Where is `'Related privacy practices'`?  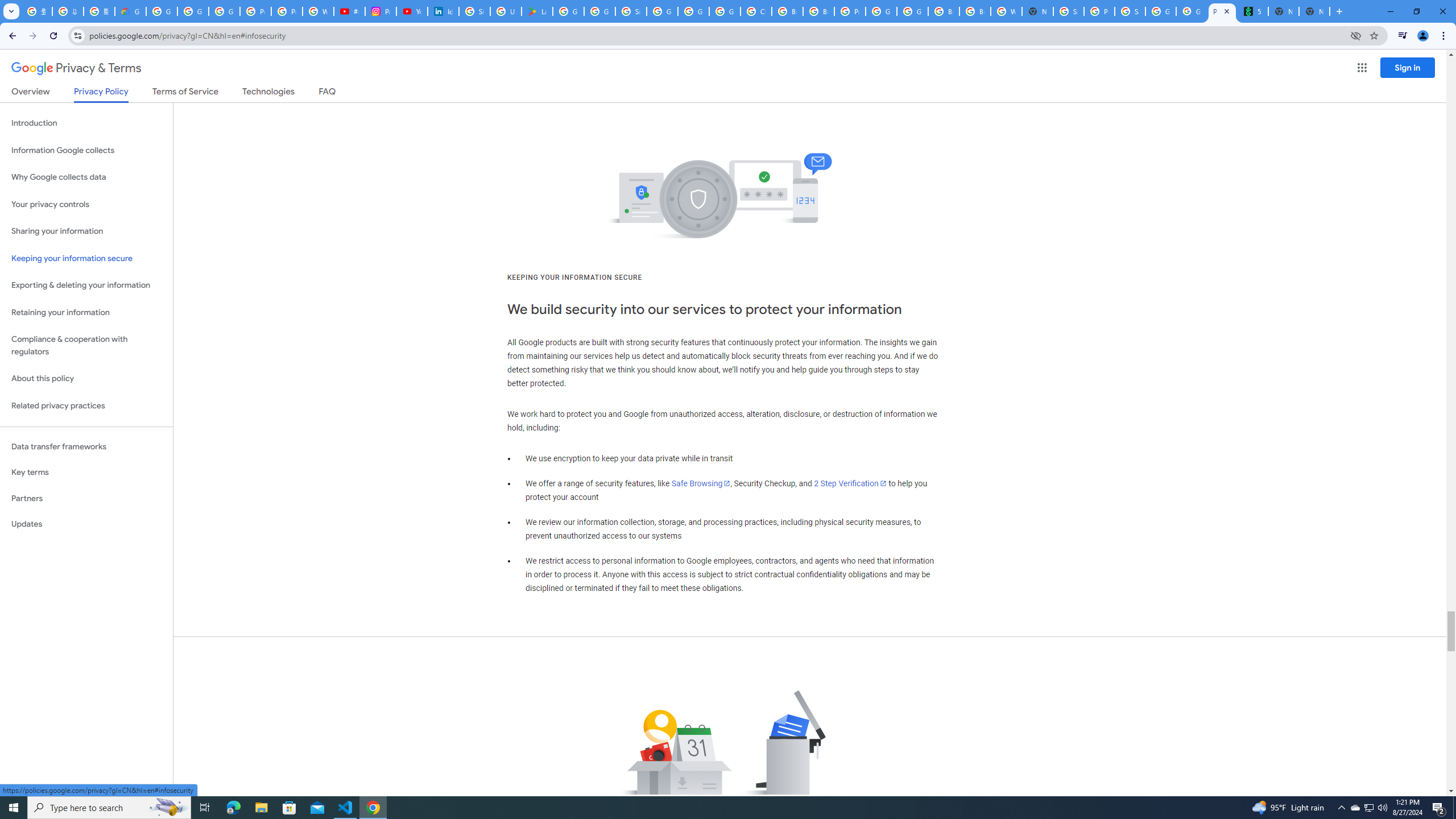
'Related privacy practices' is located at coordinates (86, 405).